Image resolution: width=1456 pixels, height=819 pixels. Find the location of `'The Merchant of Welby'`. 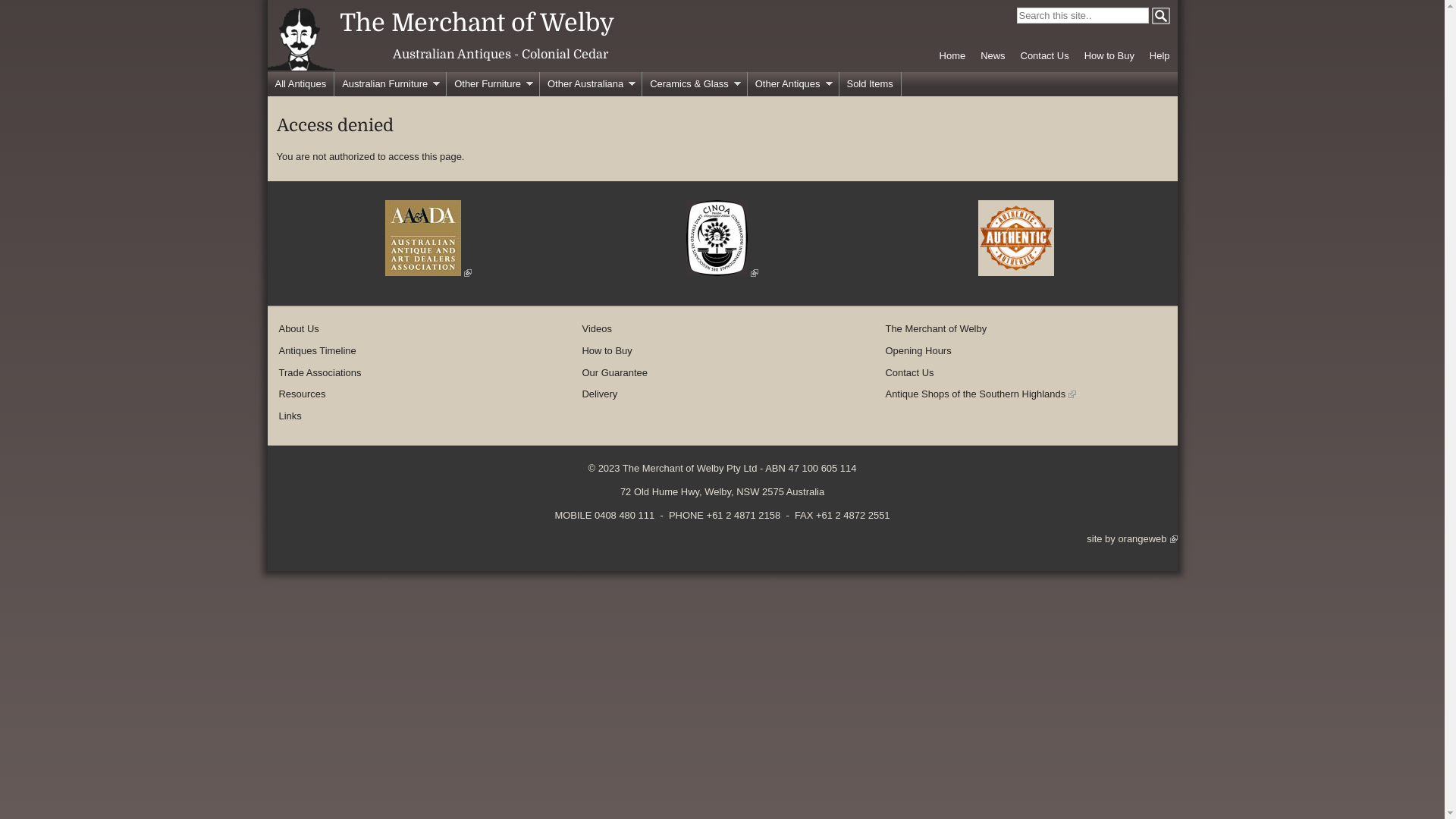

'The Merchant of Welby' is located at coordinates (935, 328).